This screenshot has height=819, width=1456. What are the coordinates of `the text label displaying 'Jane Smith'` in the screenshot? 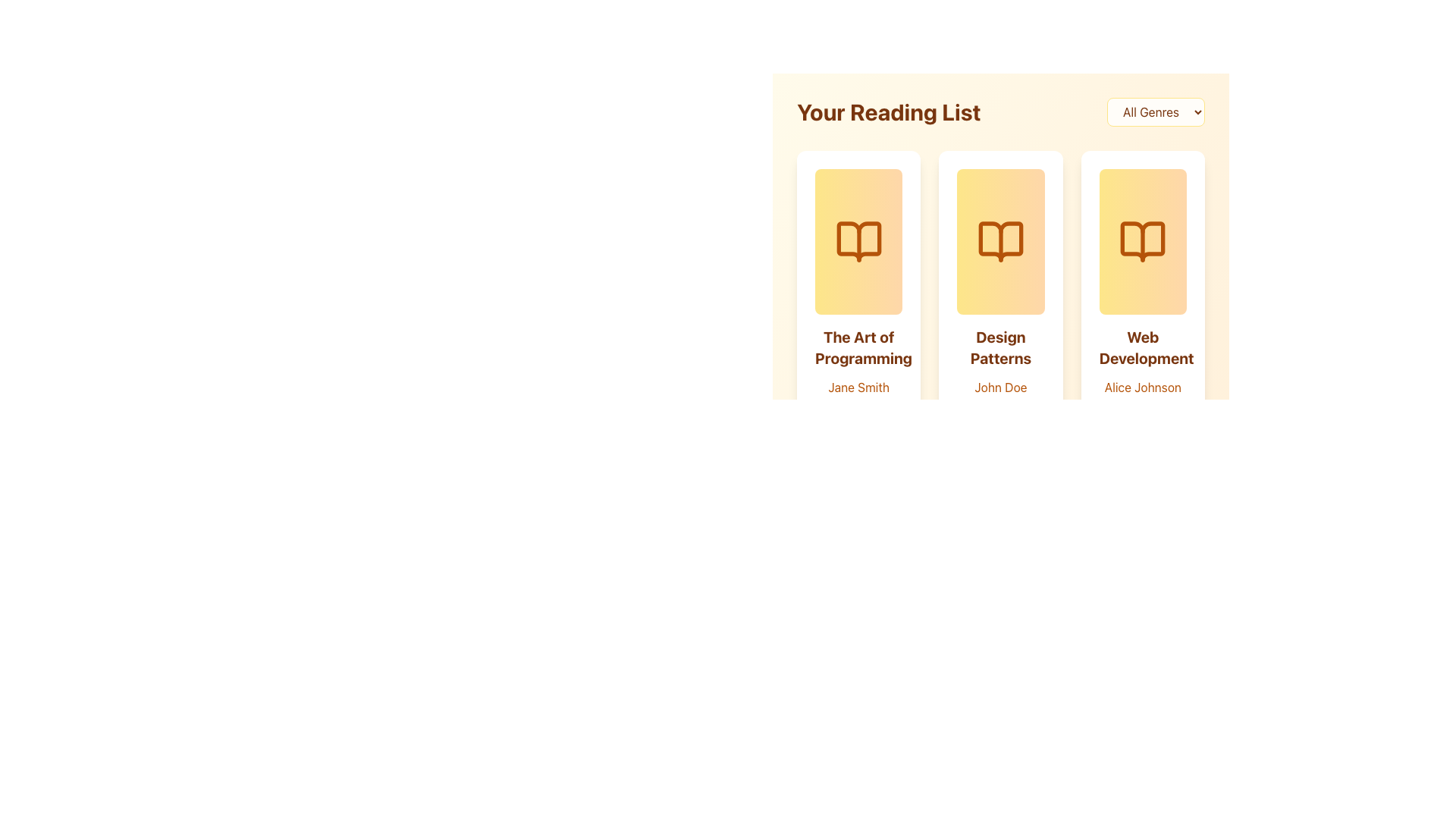 It's located at (858, 386).